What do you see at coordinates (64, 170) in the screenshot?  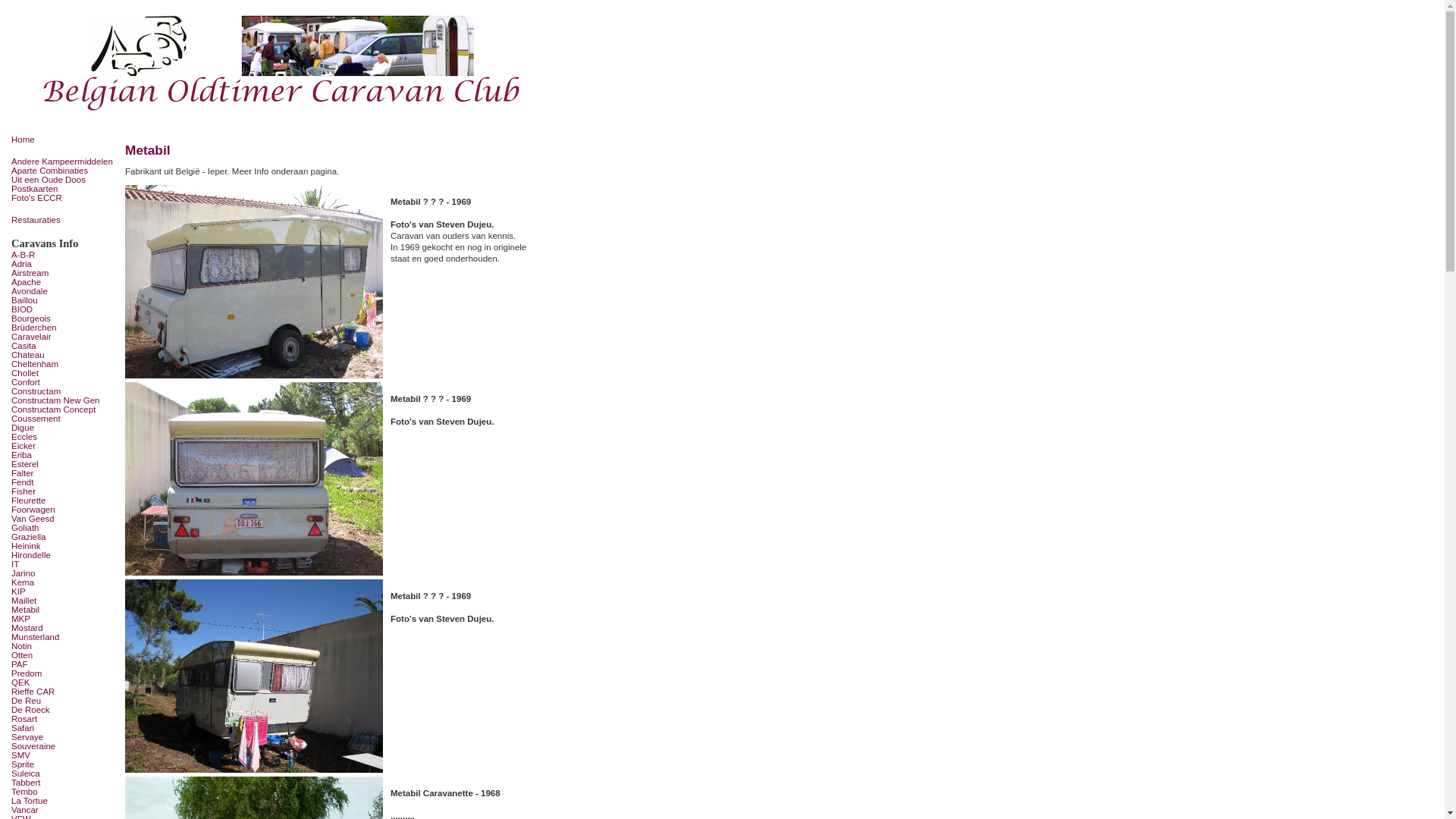 I see `'Aparte Combinaties'` at bounding box center [64, 170].